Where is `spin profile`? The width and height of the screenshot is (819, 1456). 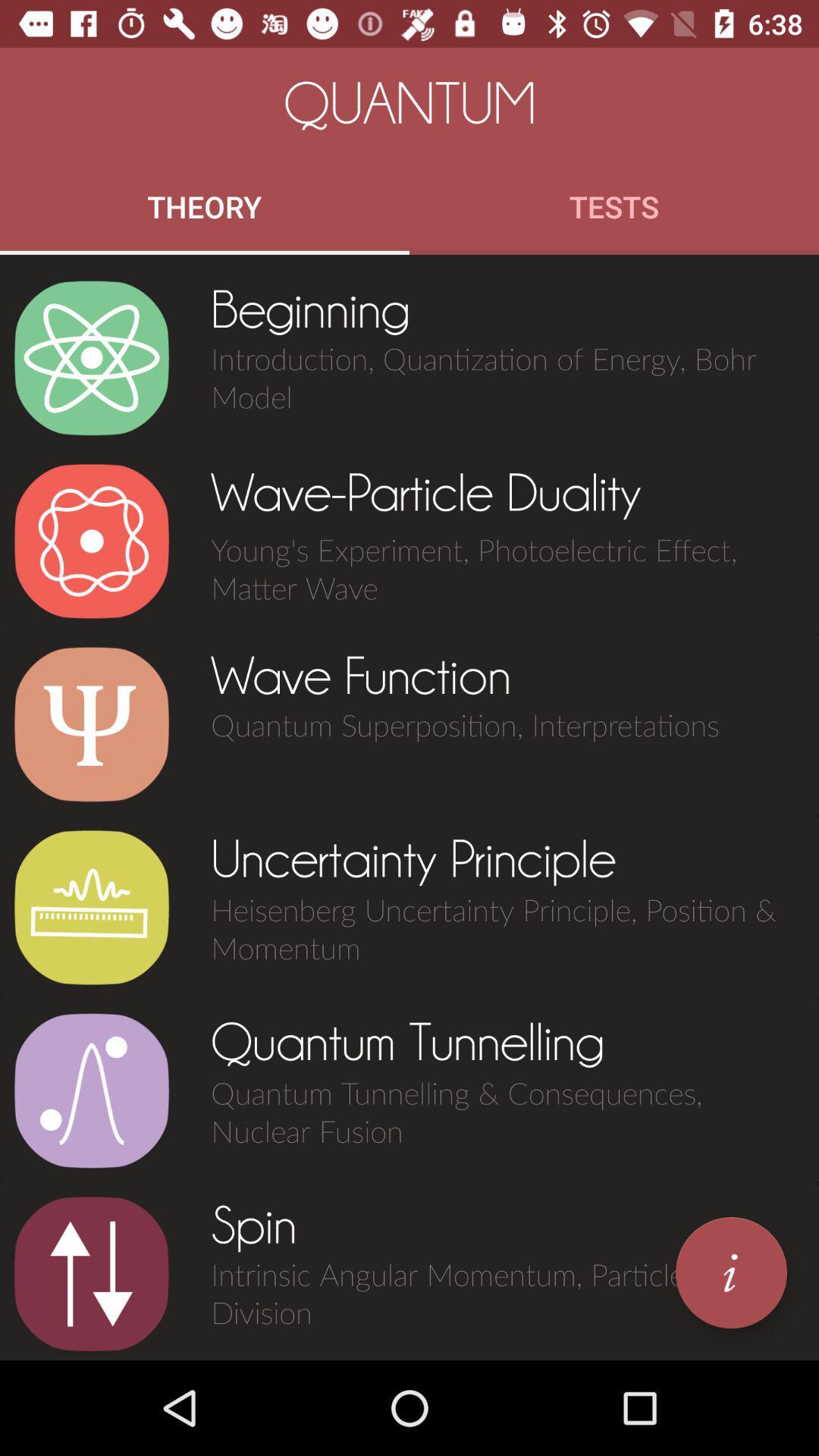
spin profile is located at coordinates (91, 1274).